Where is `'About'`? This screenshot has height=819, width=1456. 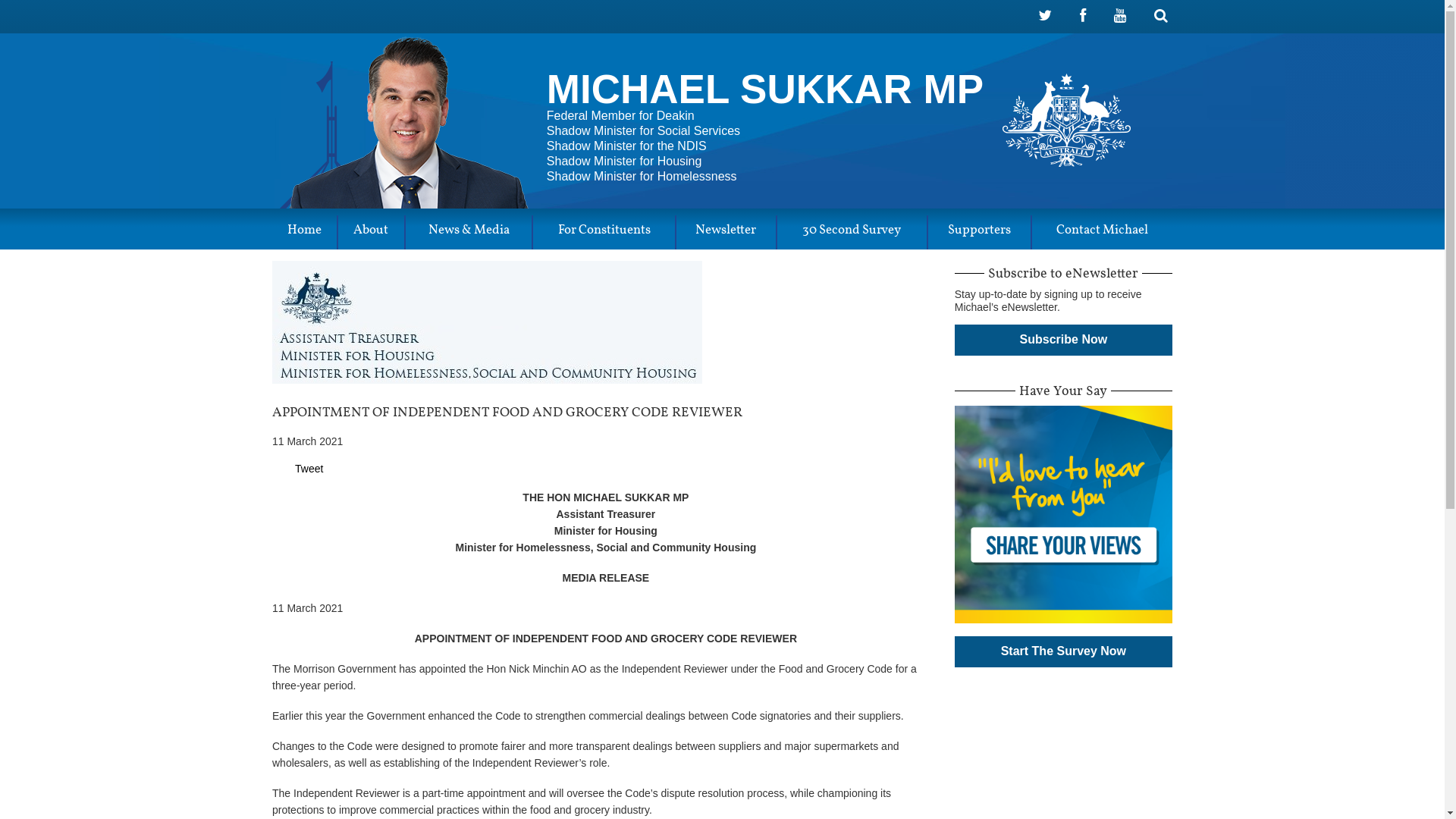 'About' is located at coordinates (371, 232).